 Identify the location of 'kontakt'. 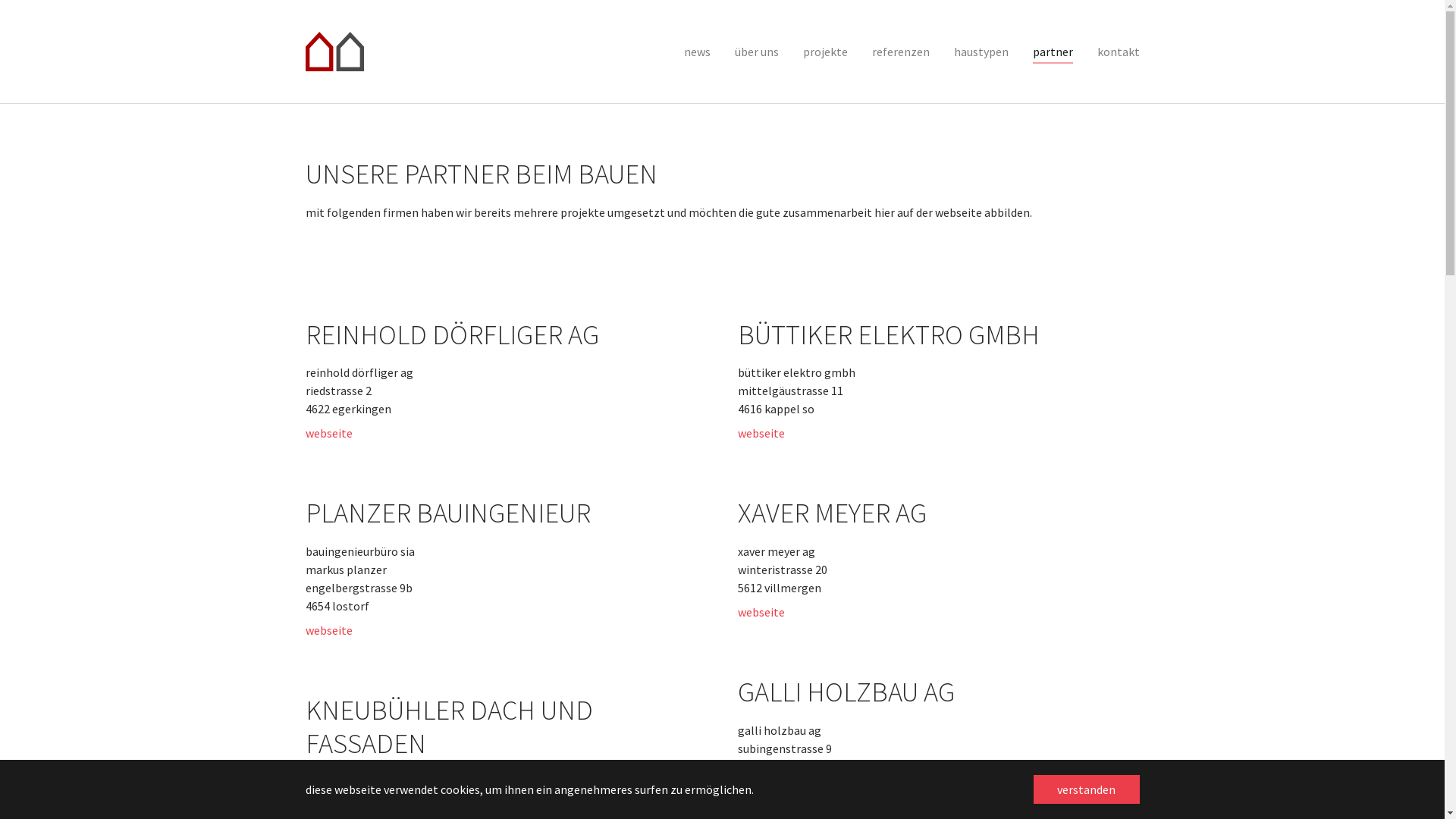
(1117, 51).